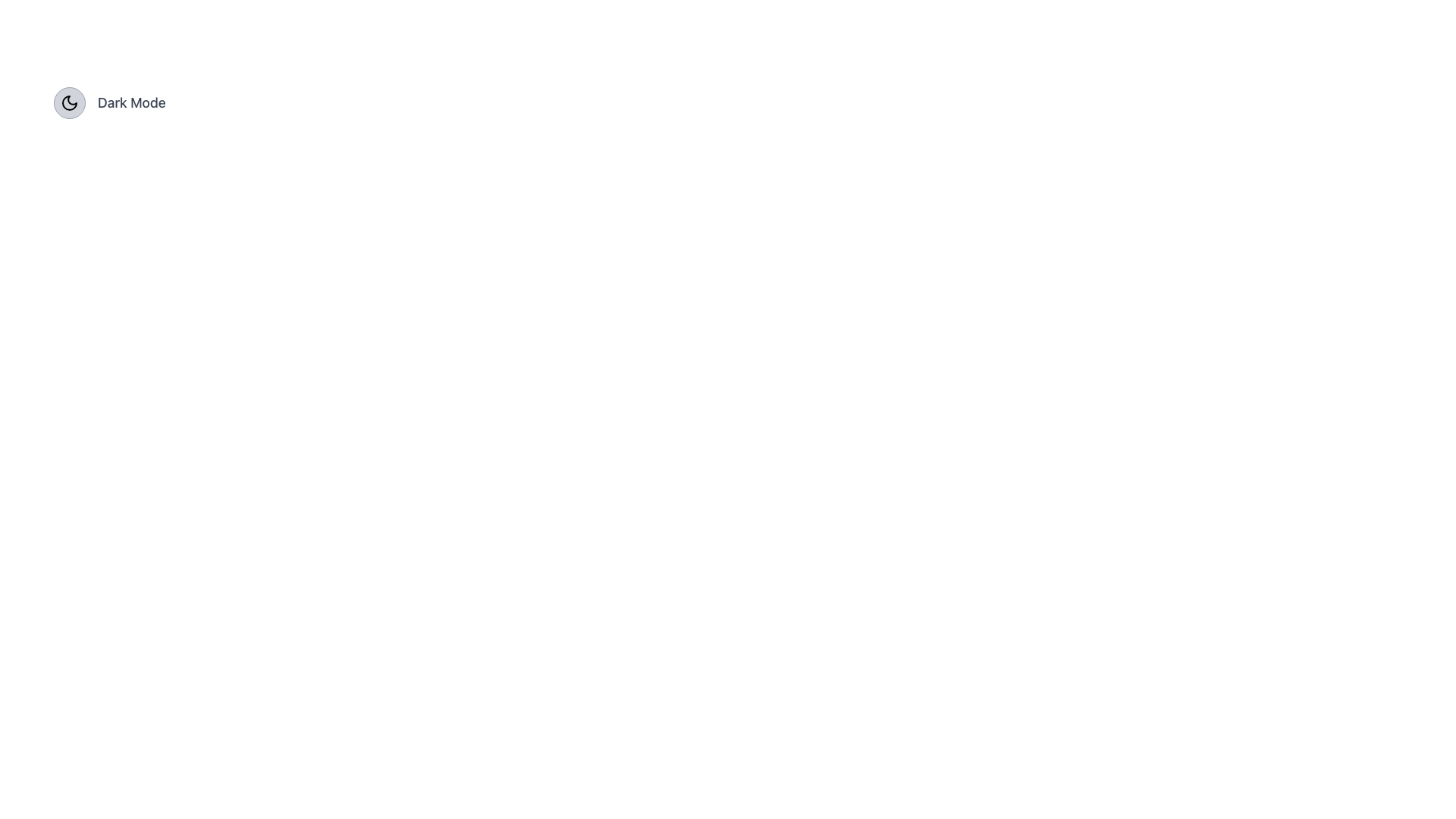 The image size is (1456, 819). What do you see at coordinates (131, 102) in the screenshot?
I see `the text label displaying 'Dark Mode' which is located to the right of a moon icon in a button-like structure` at bounding box center [131, 102].